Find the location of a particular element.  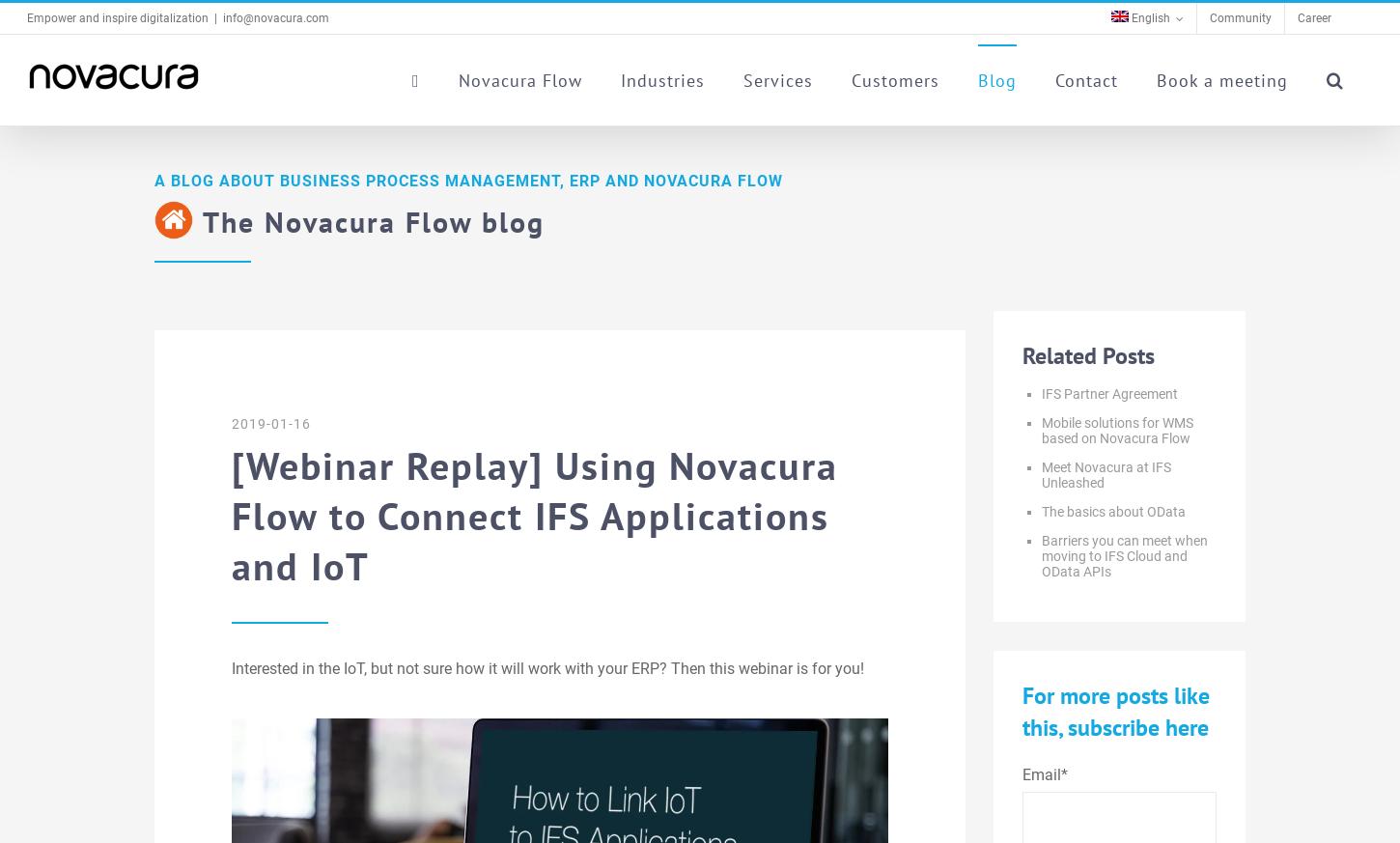

'Mobile solutions for WMS based on Novacura Flow' is located at coordinates (1116, 429).